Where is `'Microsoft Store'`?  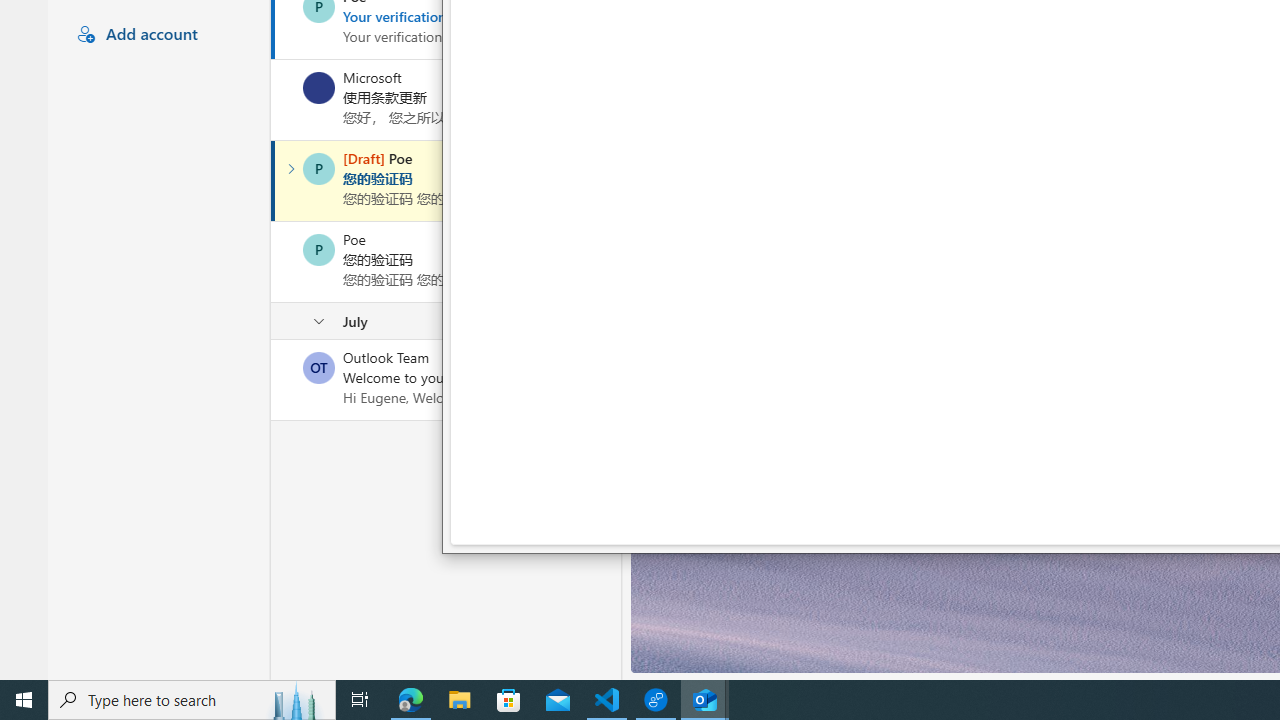
'Microsoft Store' is located at coordinates (509, 698).